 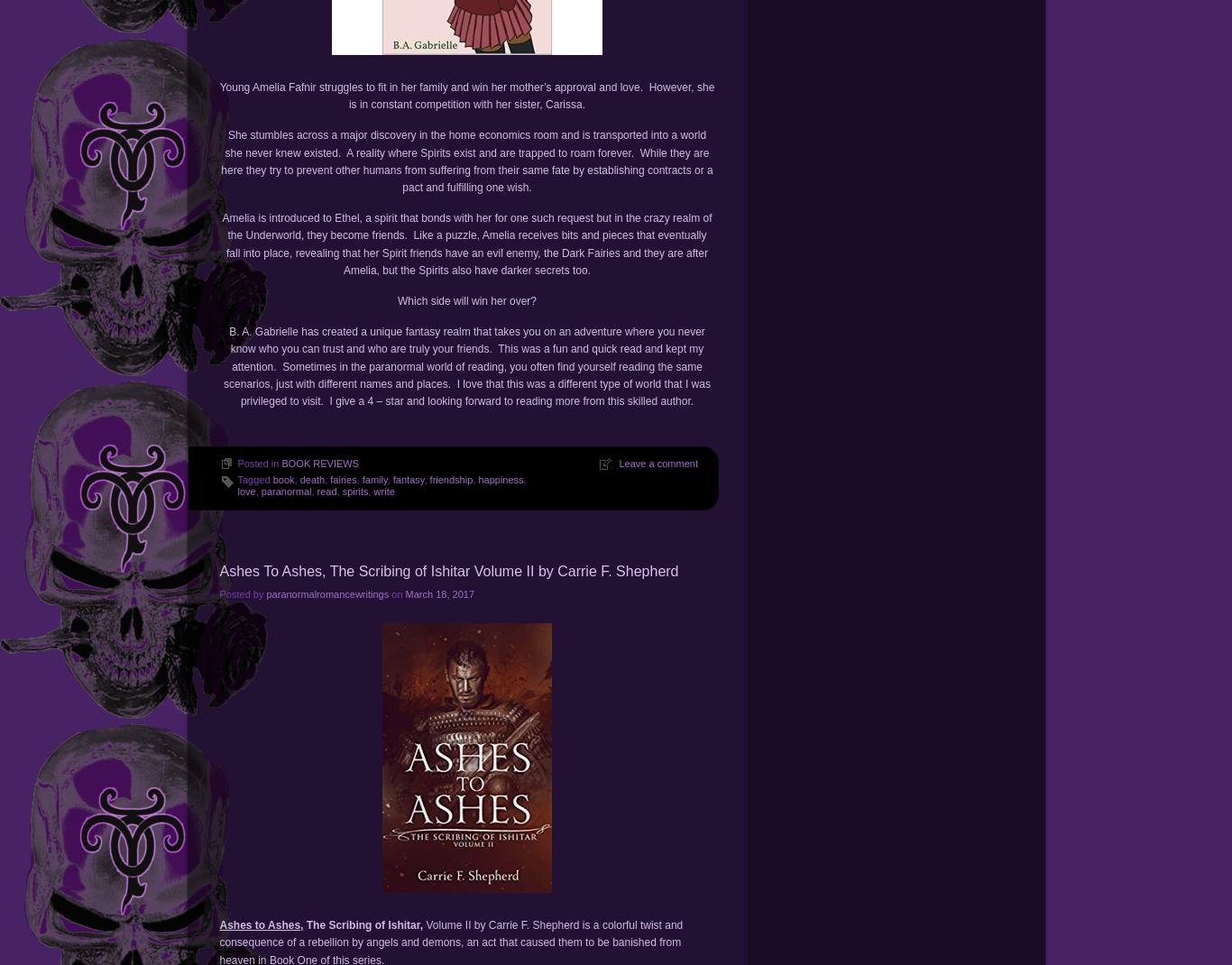 What do you see at coordinates (466, 299) in the screenshot?
I see `'Which side will win her over?'` at bounding box center [466, 299].